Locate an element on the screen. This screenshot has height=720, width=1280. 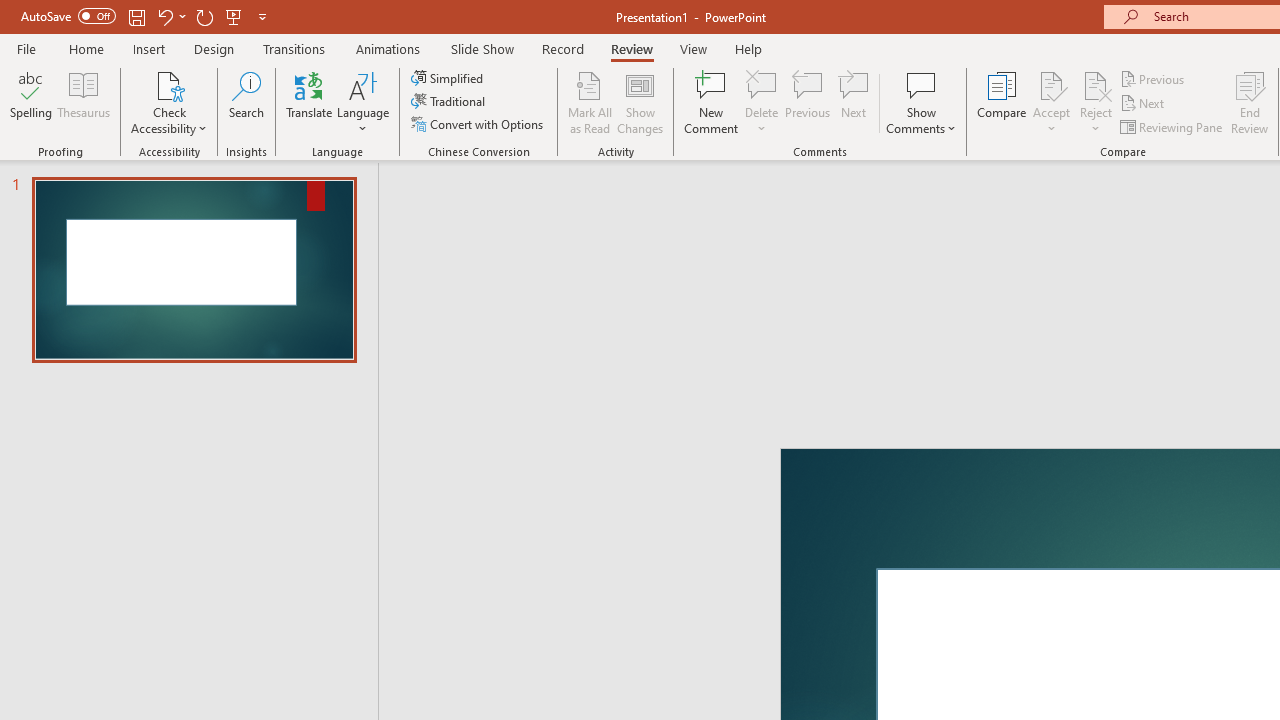
'Compare' is located at coordinates (1002, 103).